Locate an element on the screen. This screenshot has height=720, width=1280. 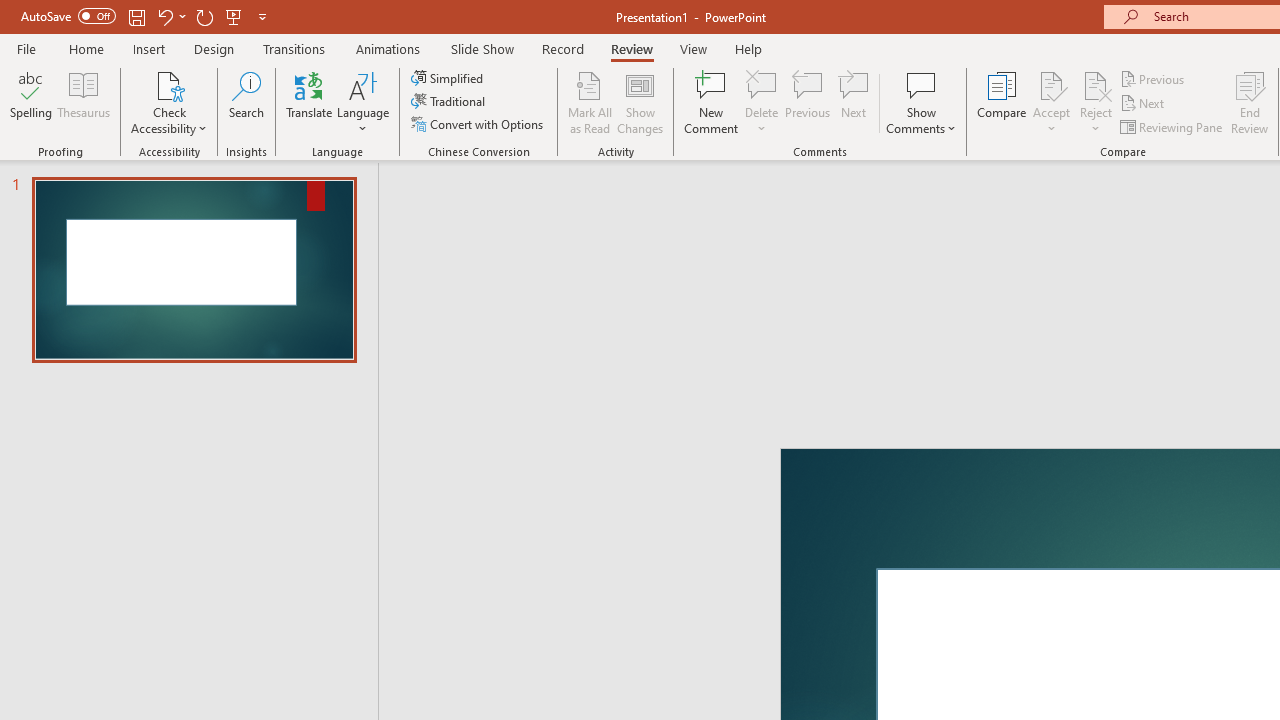
'Compare' is located at coordinates (1002, 103).